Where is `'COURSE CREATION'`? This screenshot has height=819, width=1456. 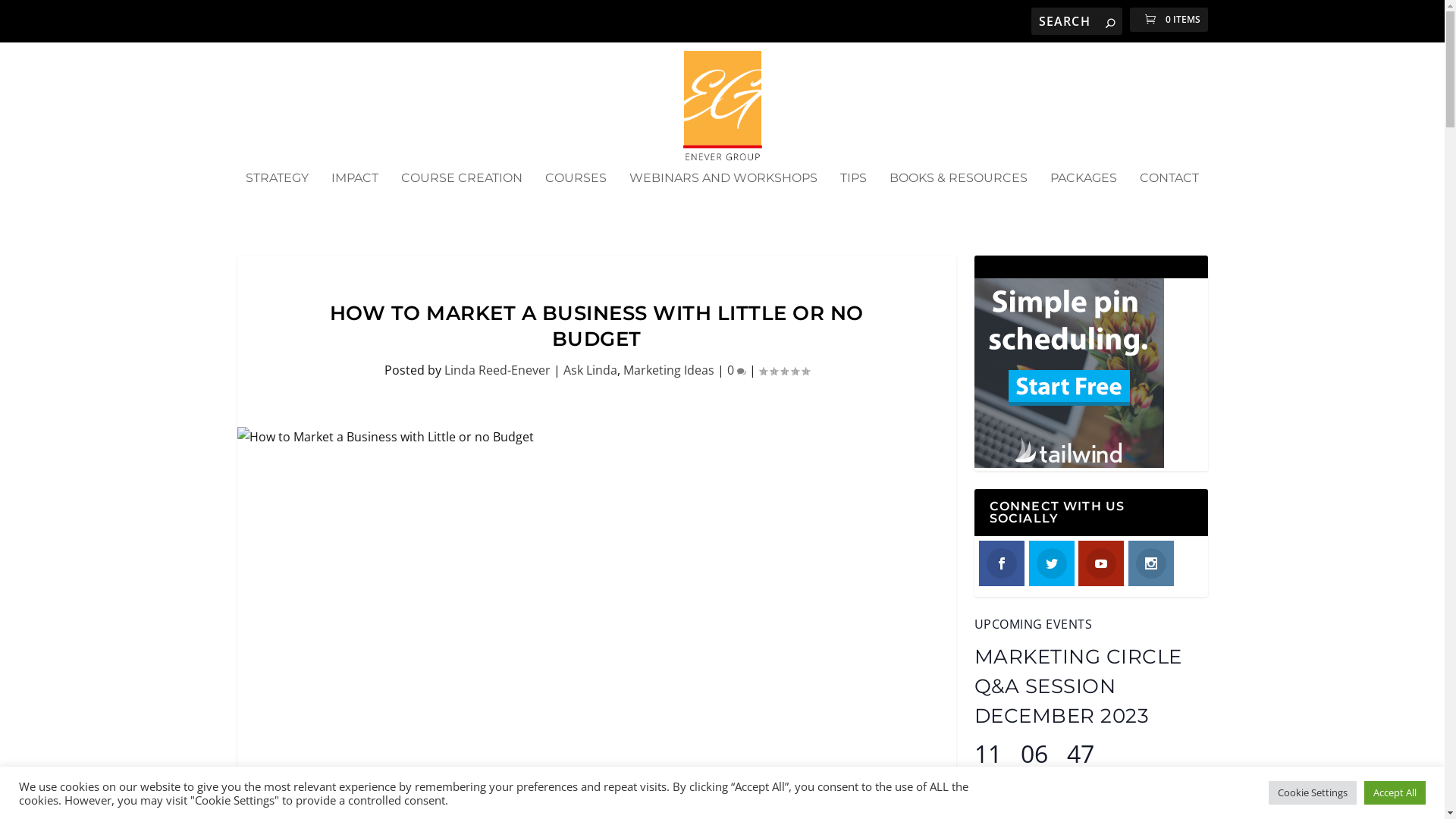 'COURSE CREATION' is located at coordinates (461, 198).